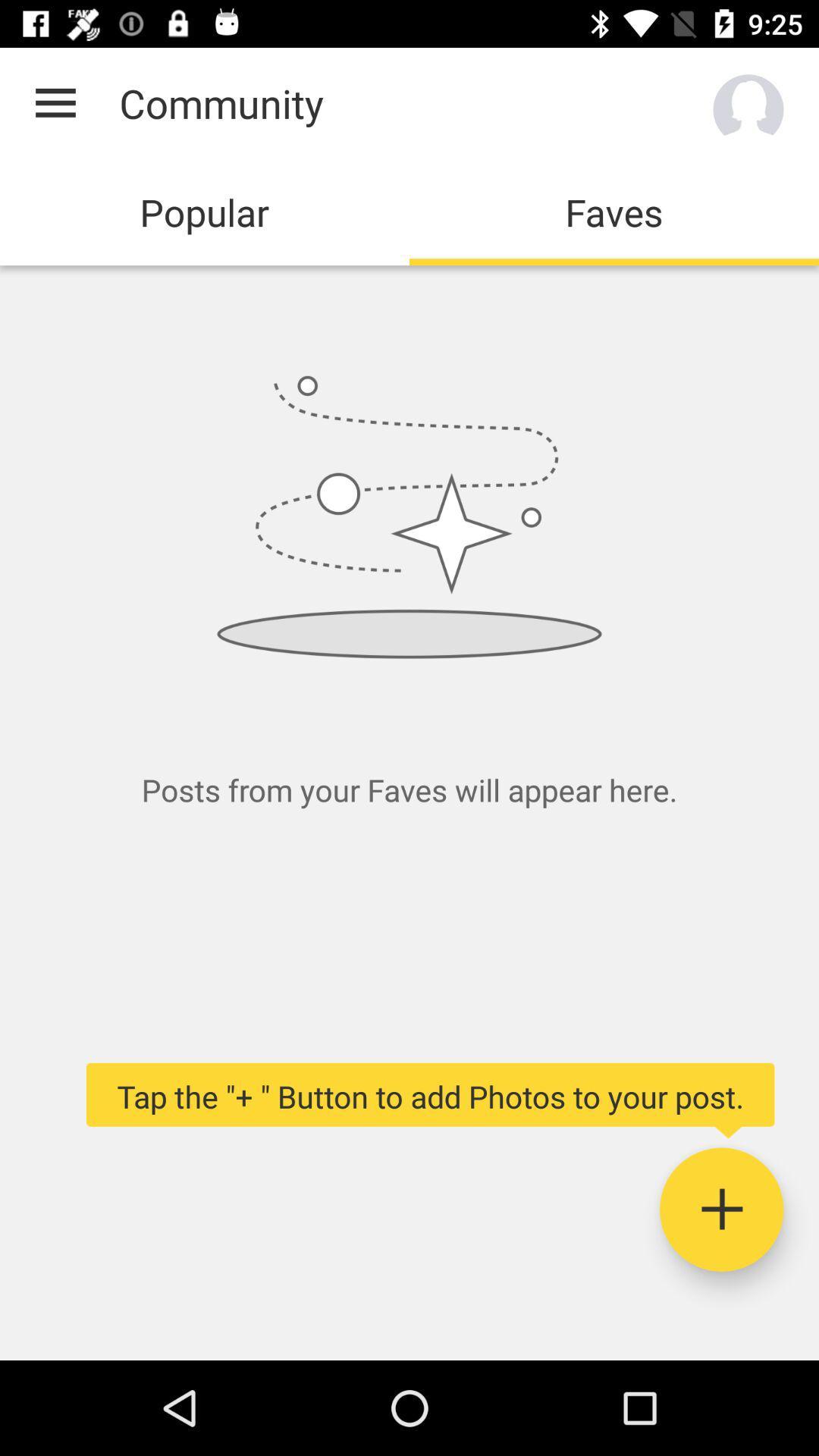 This screenshot has width=819, height=1456. What do you see at coordinates (55, 102) in the screenshot?
I see `the item above posts from your icon` at bounding box center [55, 102].